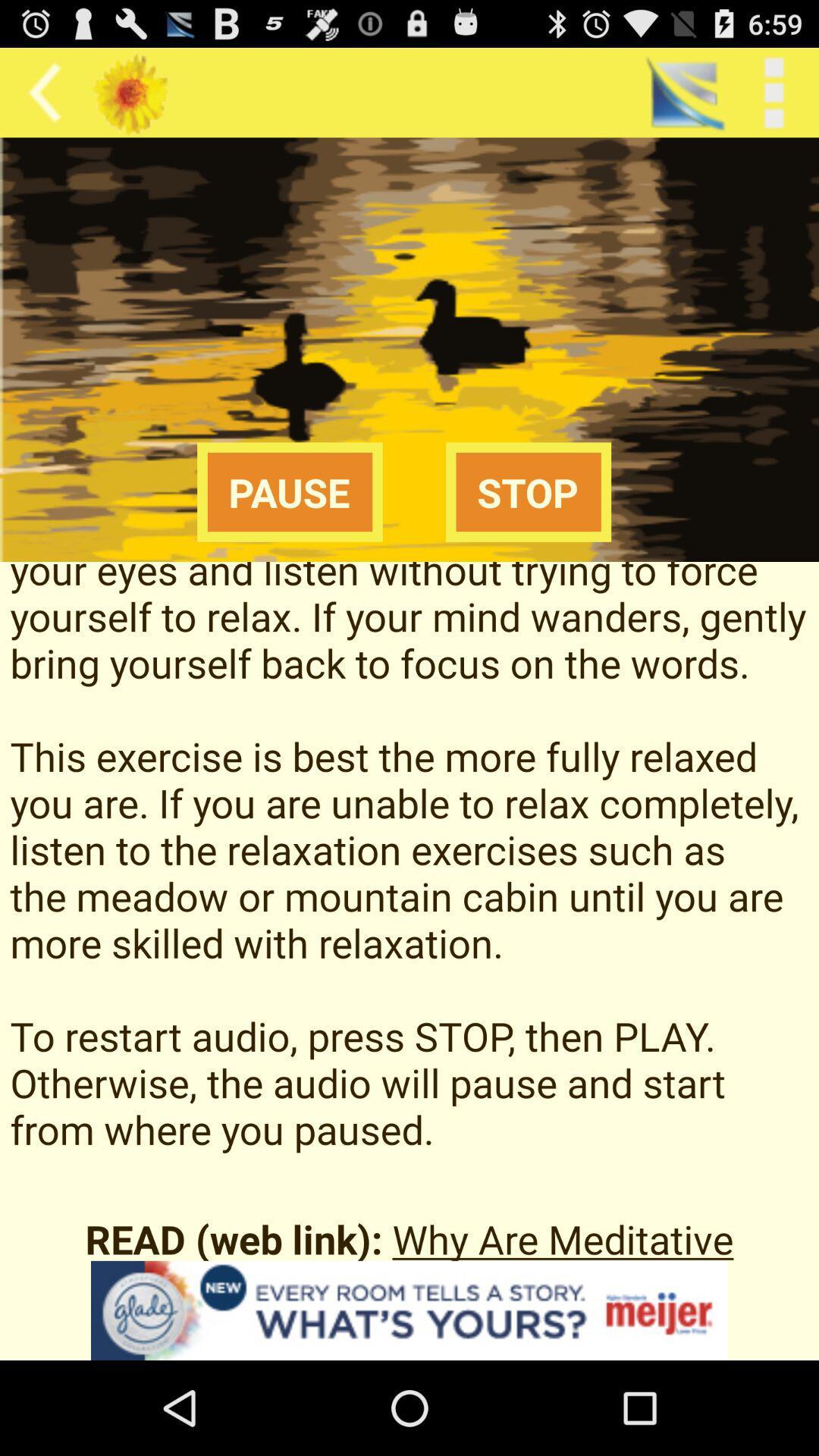 Image resolution: width=819 pixels, height=1456 pixels. What do you see at coordinates (409, 1310) in the screenshot?
I see `open the advertisement` at bounding box center [409, 1310].